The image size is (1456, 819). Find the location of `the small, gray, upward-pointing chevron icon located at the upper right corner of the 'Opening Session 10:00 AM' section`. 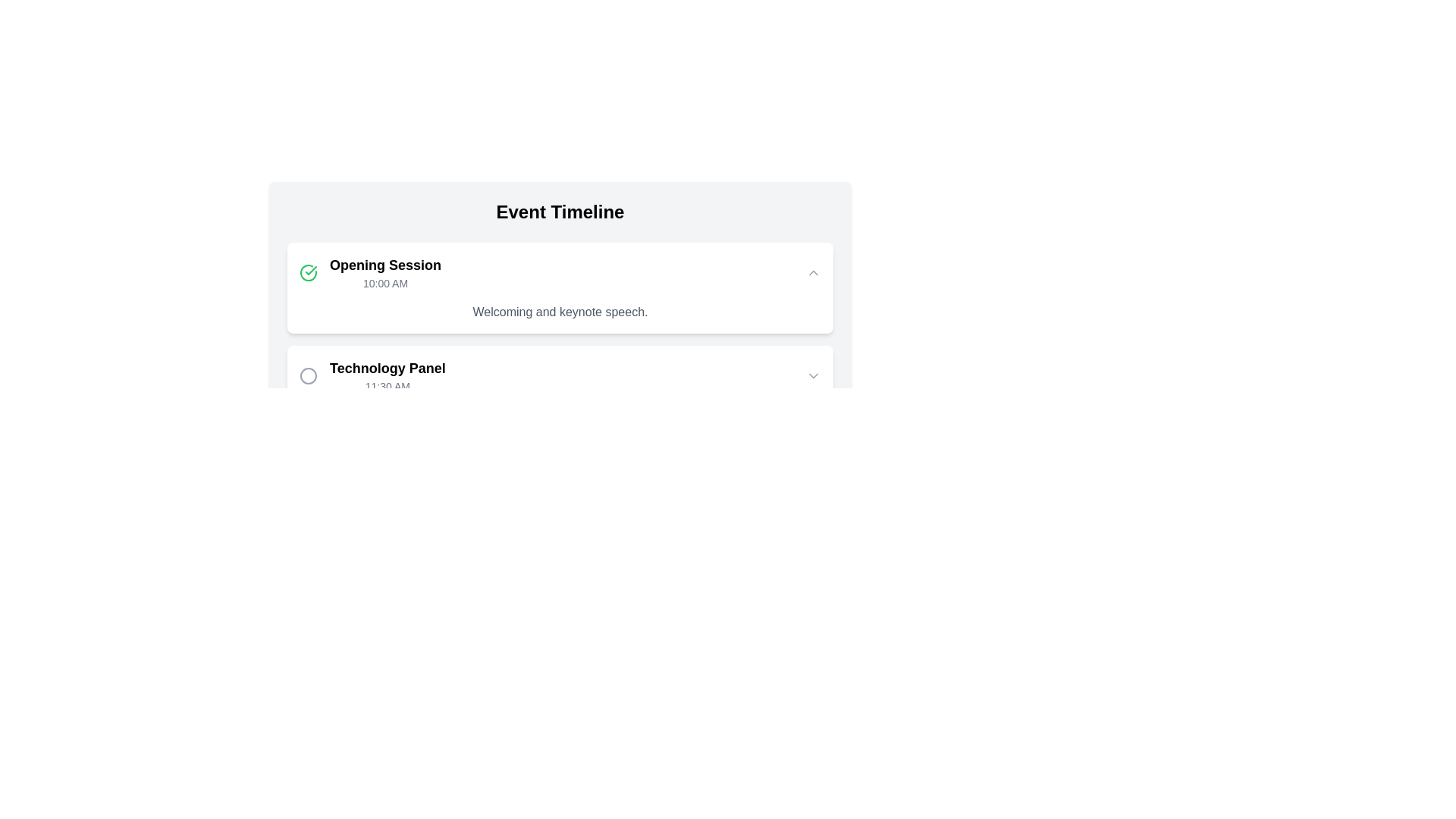

the small, gray, upward-pointing chevron icon located at the upper right corner of the 'Opening Session 10:00 AM' section is located at coordinates (813, 271).